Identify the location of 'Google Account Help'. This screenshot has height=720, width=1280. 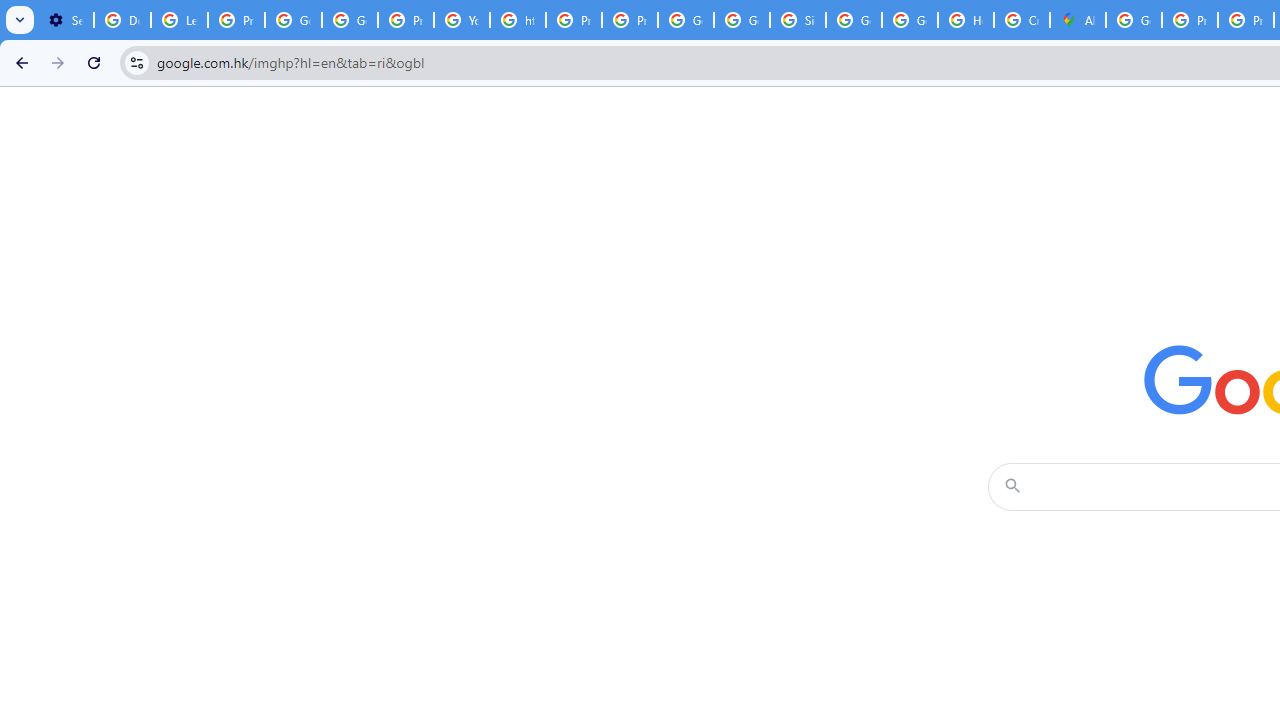
(292, 20).